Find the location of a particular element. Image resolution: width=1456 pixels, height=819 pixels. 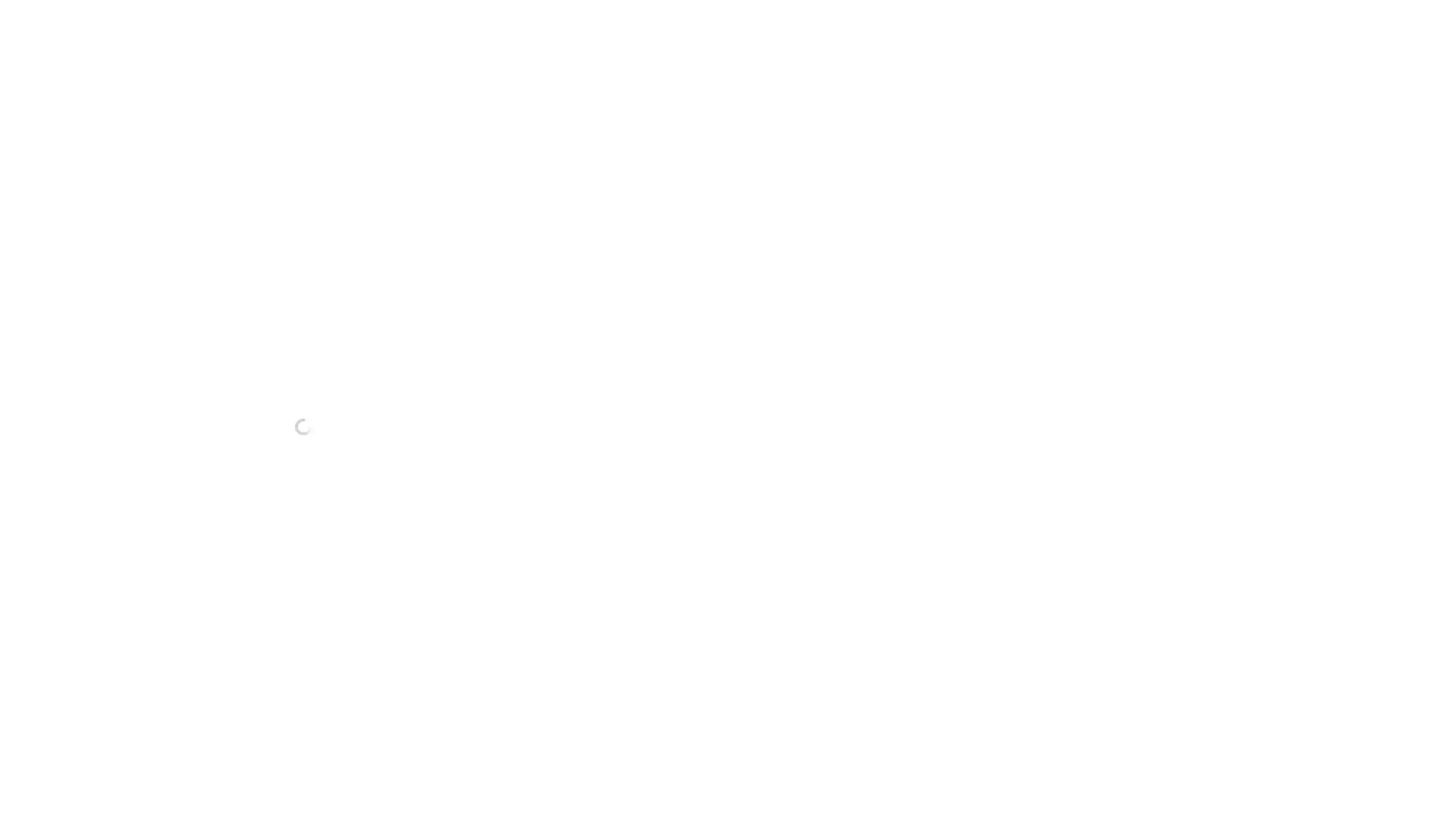

Step 2: Determine Legal Entity Structure & File Company Registration is located at coordinates (728, 275).